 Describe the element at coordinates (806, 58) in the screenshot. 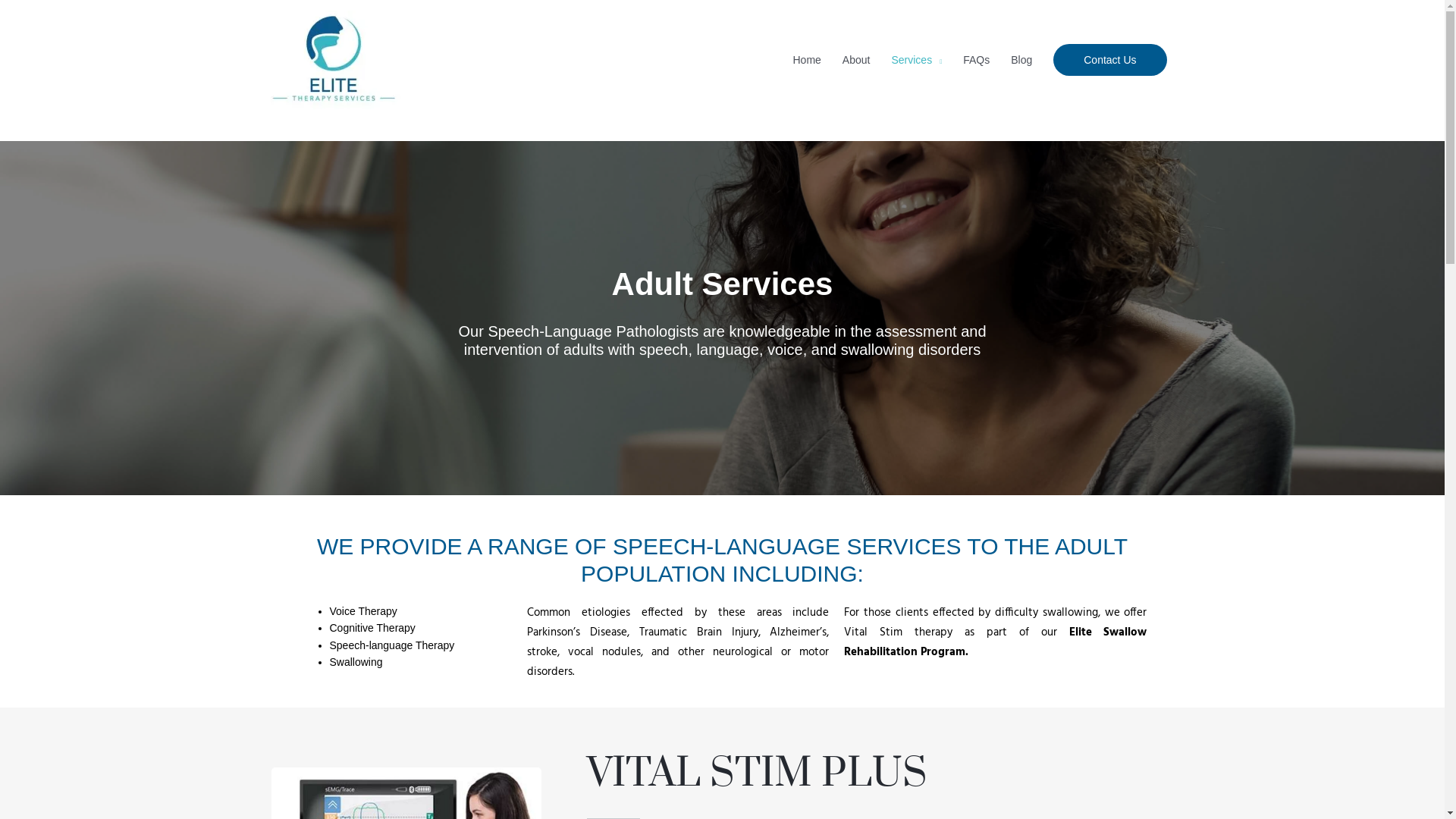

I see `'Home'` at that location.